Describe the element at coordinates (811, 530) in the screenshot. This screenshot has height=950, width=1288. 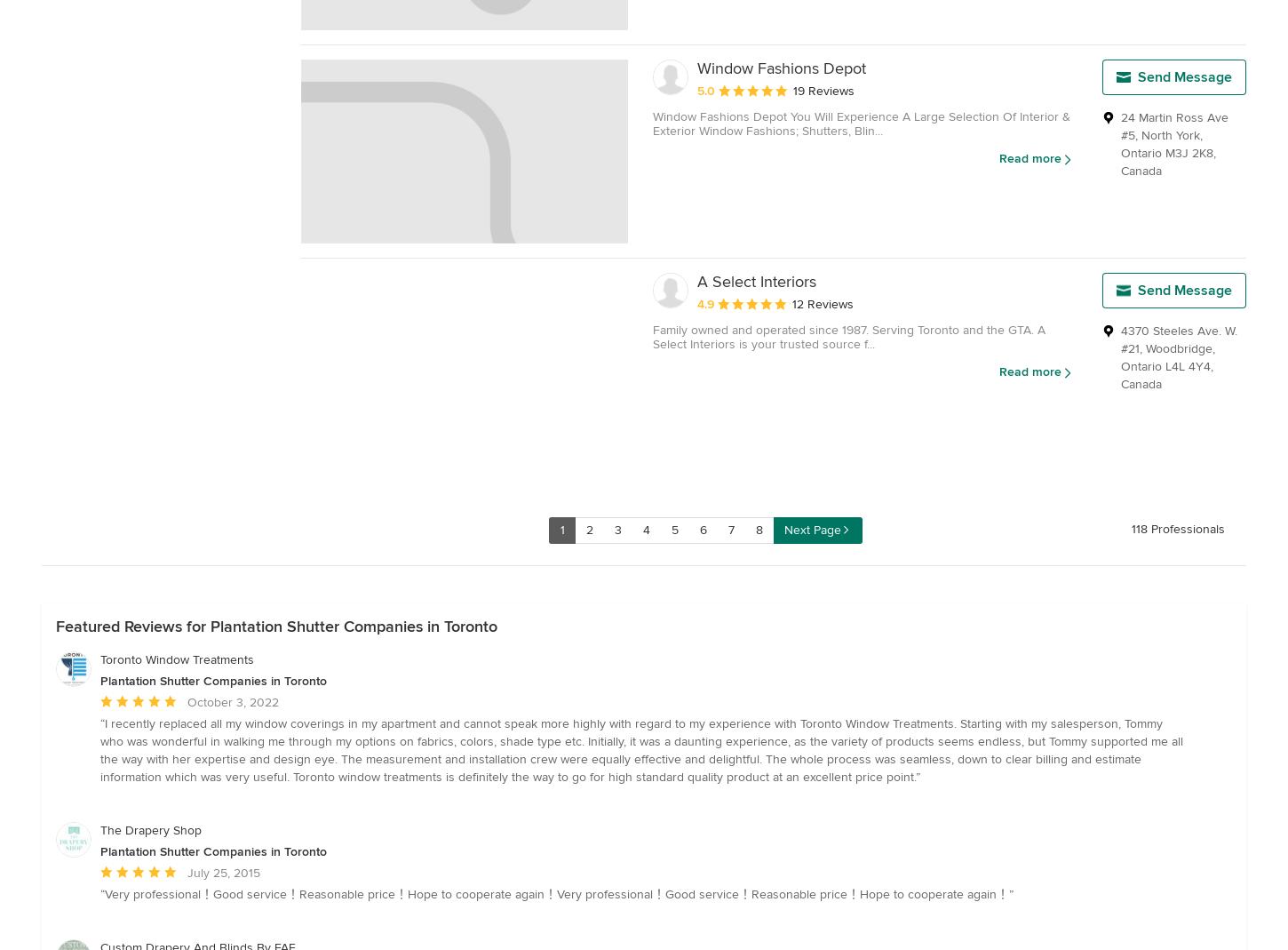
I see `'Next Page'` at that location.